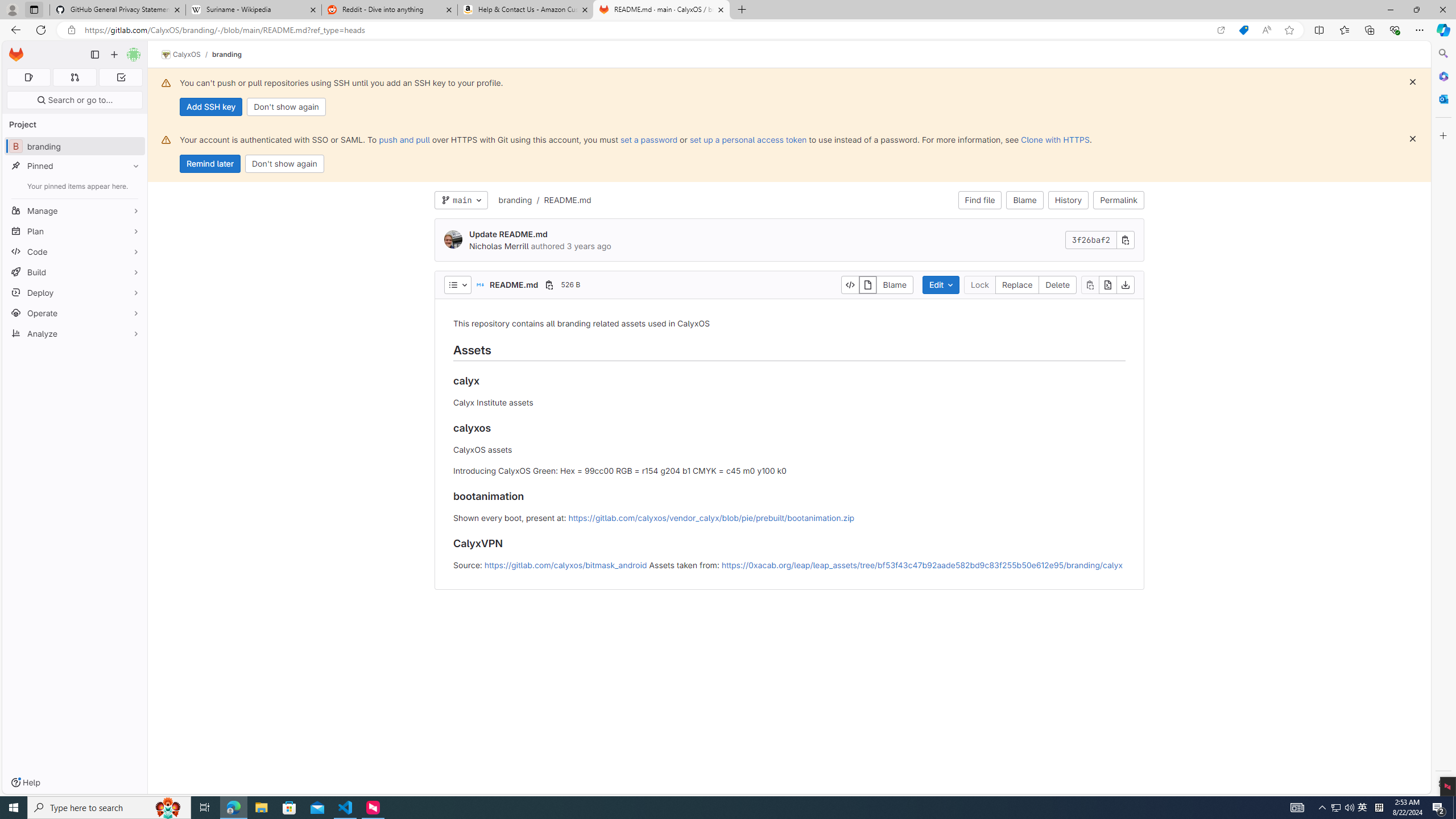  What do you see at coordinates (461, 200) in the screenshot?
I see `'main'` at bounding box center [461, 200].